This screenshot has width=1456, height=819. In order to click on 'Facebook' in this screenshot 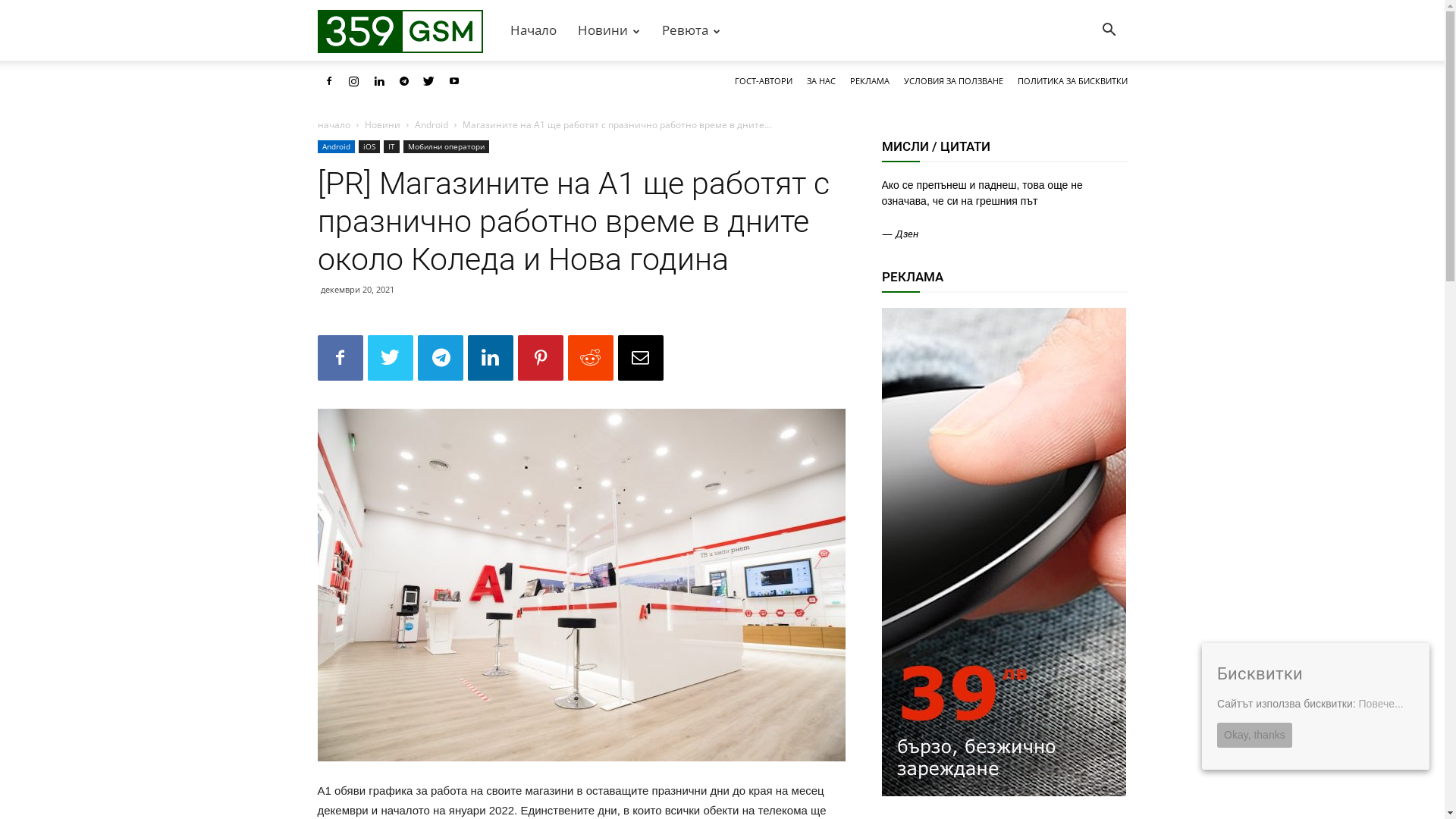, I will do `click(315, 81)`.